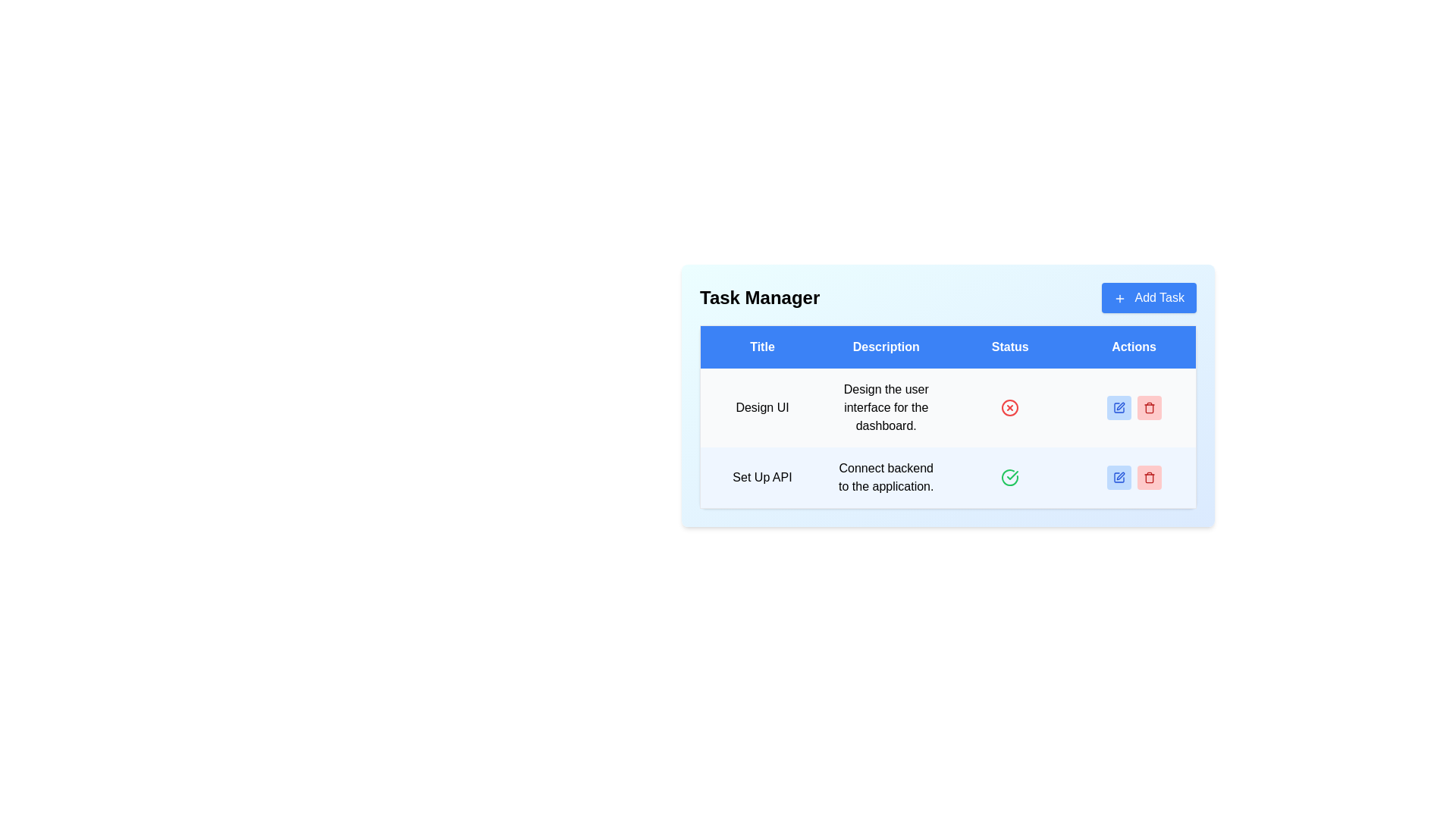 This screenshot has width=1456, height=819. I want to click on the green circular icon with a checkmark that signifies the completion status of the task 'Set Up API' in the second row of the task management table, so click(947, 478).